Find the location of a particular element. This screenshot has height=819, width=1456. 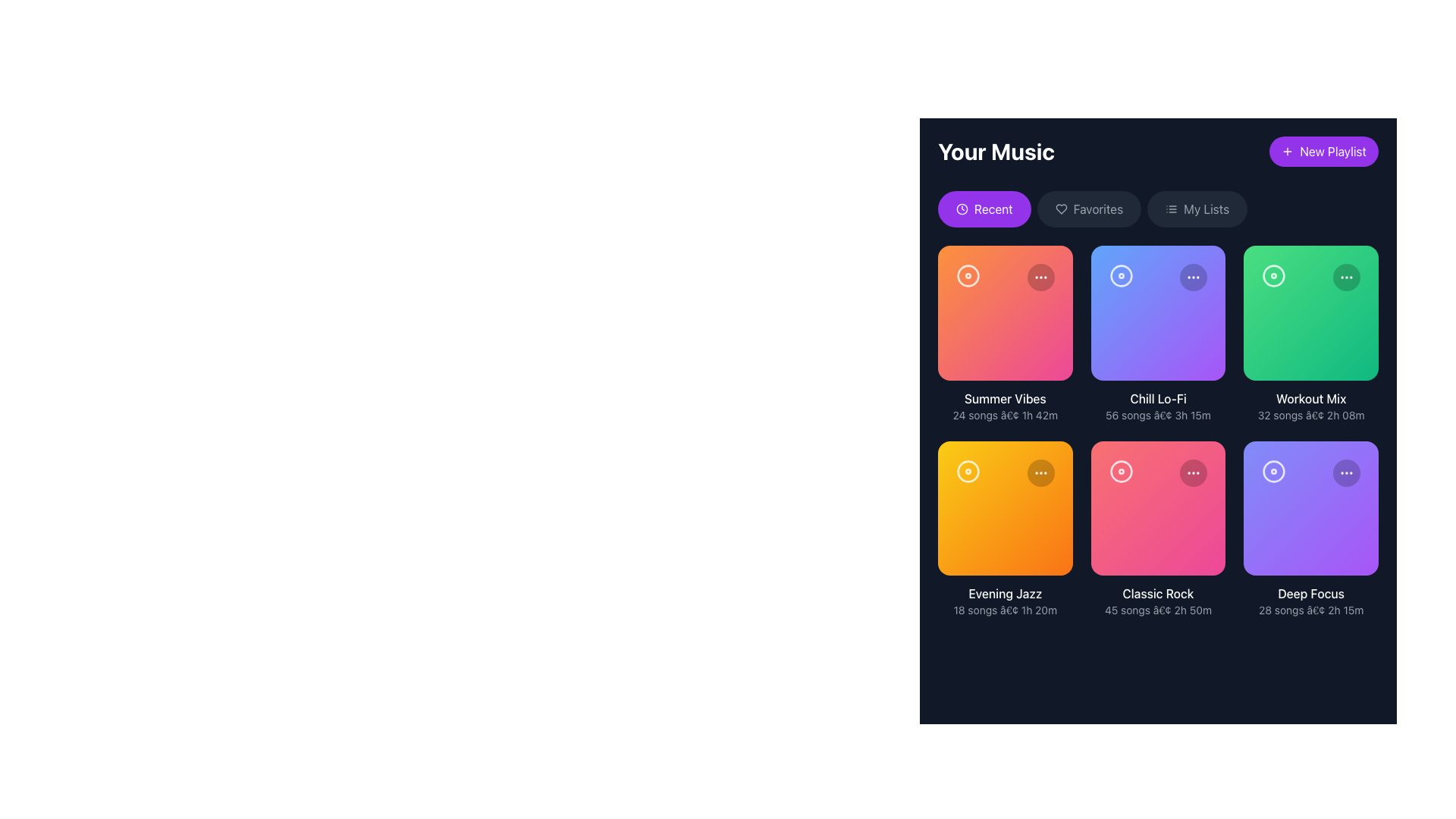

the text label displaying 'Evening Jazz' is located at coordinates (1005, 593).